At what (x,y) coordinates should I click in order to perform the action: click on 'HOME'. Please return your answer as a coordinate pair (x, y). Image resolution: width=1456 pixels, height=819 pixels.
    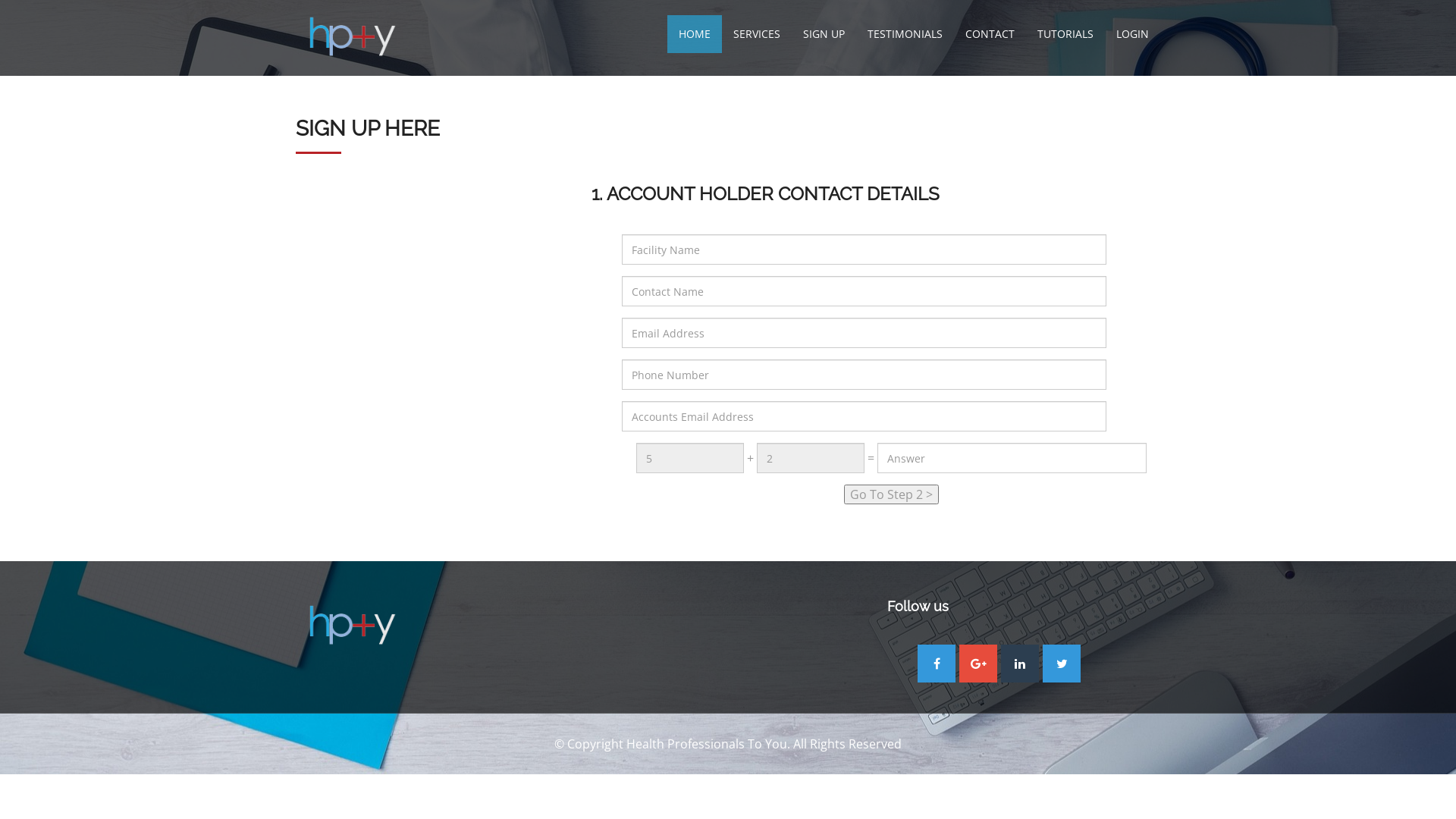
    Looking at the image, I should click on (667, 34).